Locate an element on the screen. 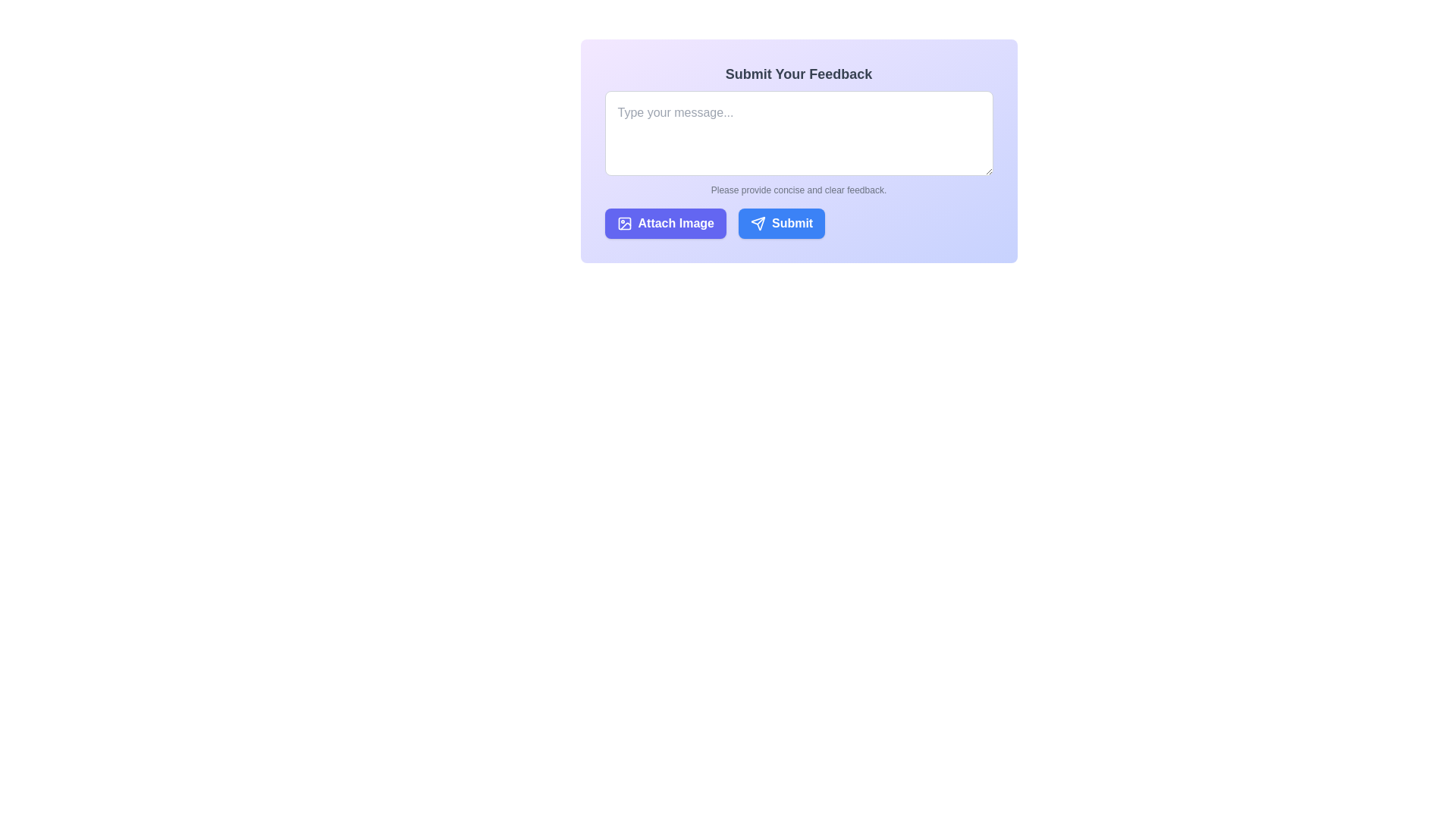  the 'Submit' button, which is the second button with a blue background and a paper airplane icon, located in the 'Submit Your Feedback' section is located at coordinates (782, 223).